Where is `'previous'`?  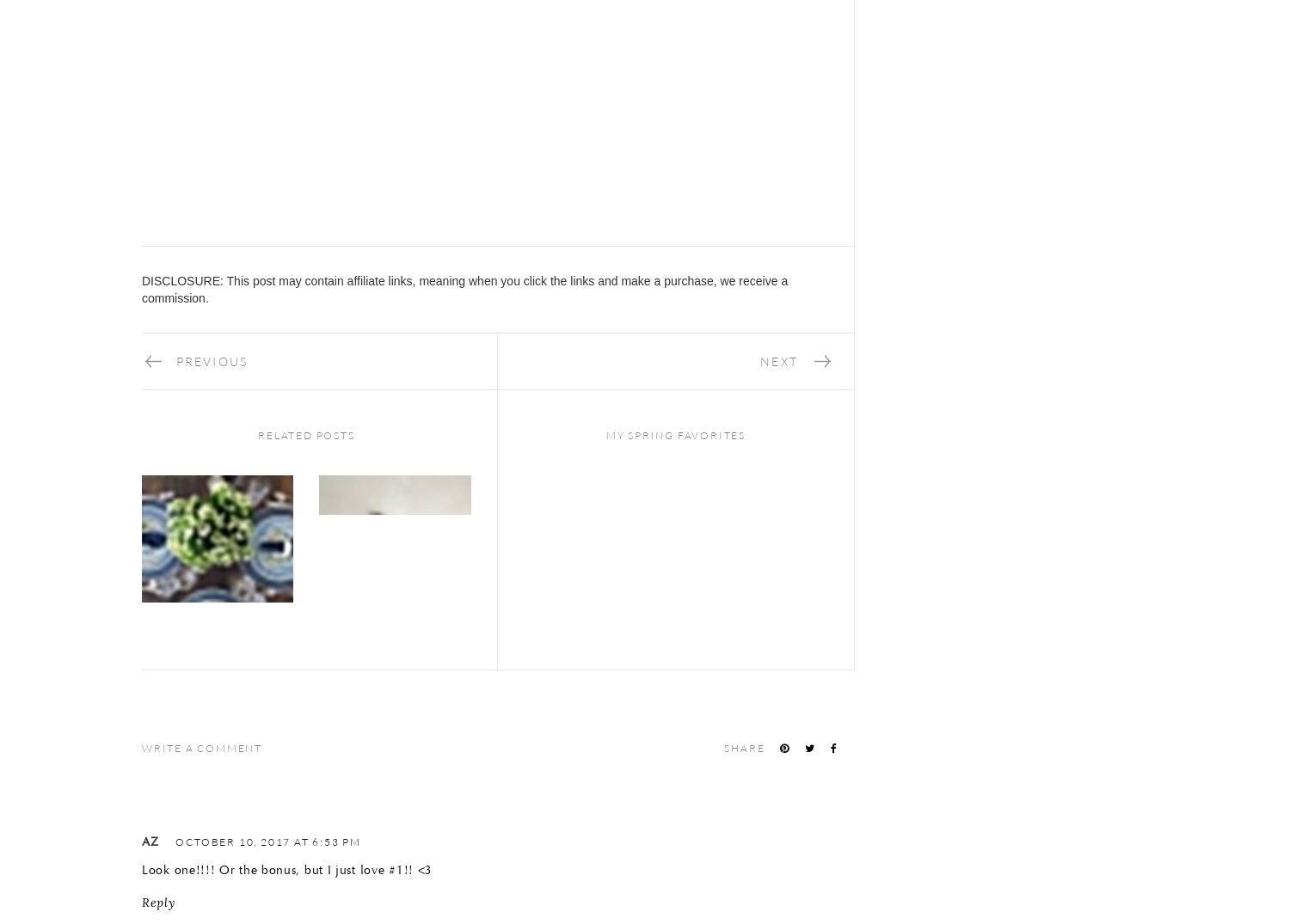 'previous' is located at coordinates (211, 359).